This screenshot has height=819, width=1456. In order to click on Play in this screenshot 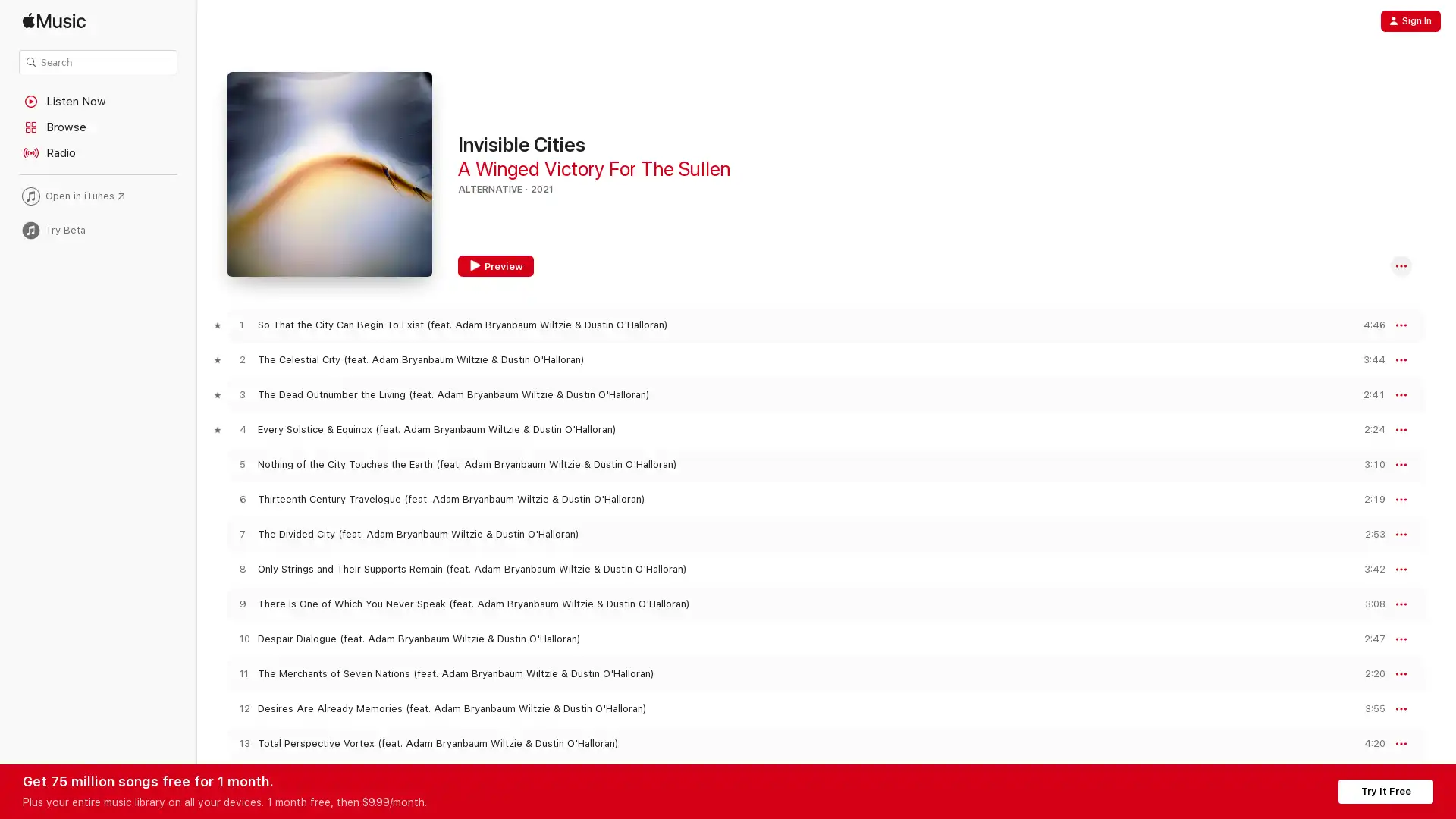, I will do `click(241, 603)`.